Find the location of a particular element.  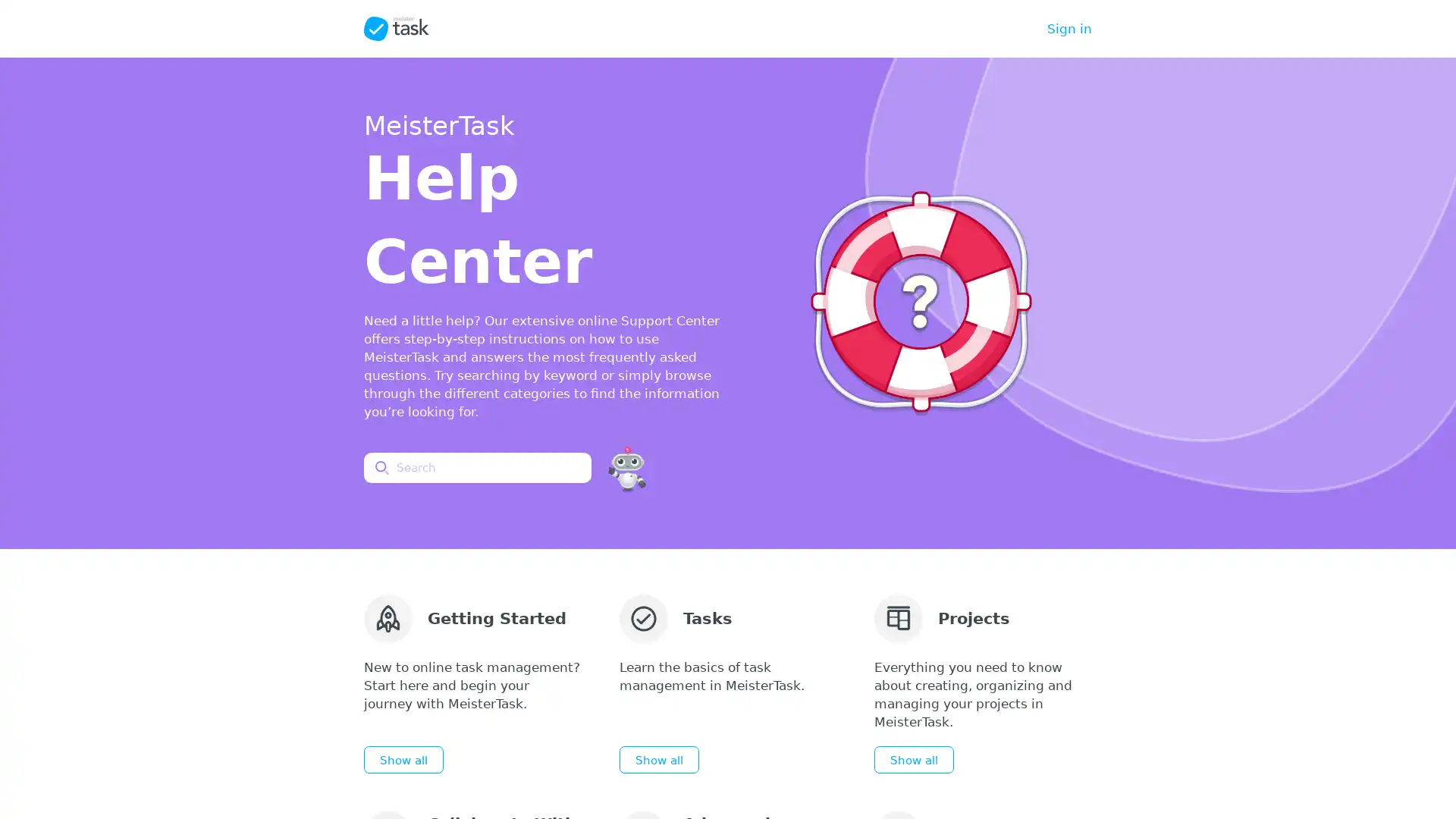

Sign in is located at coordinates (1068, 29).